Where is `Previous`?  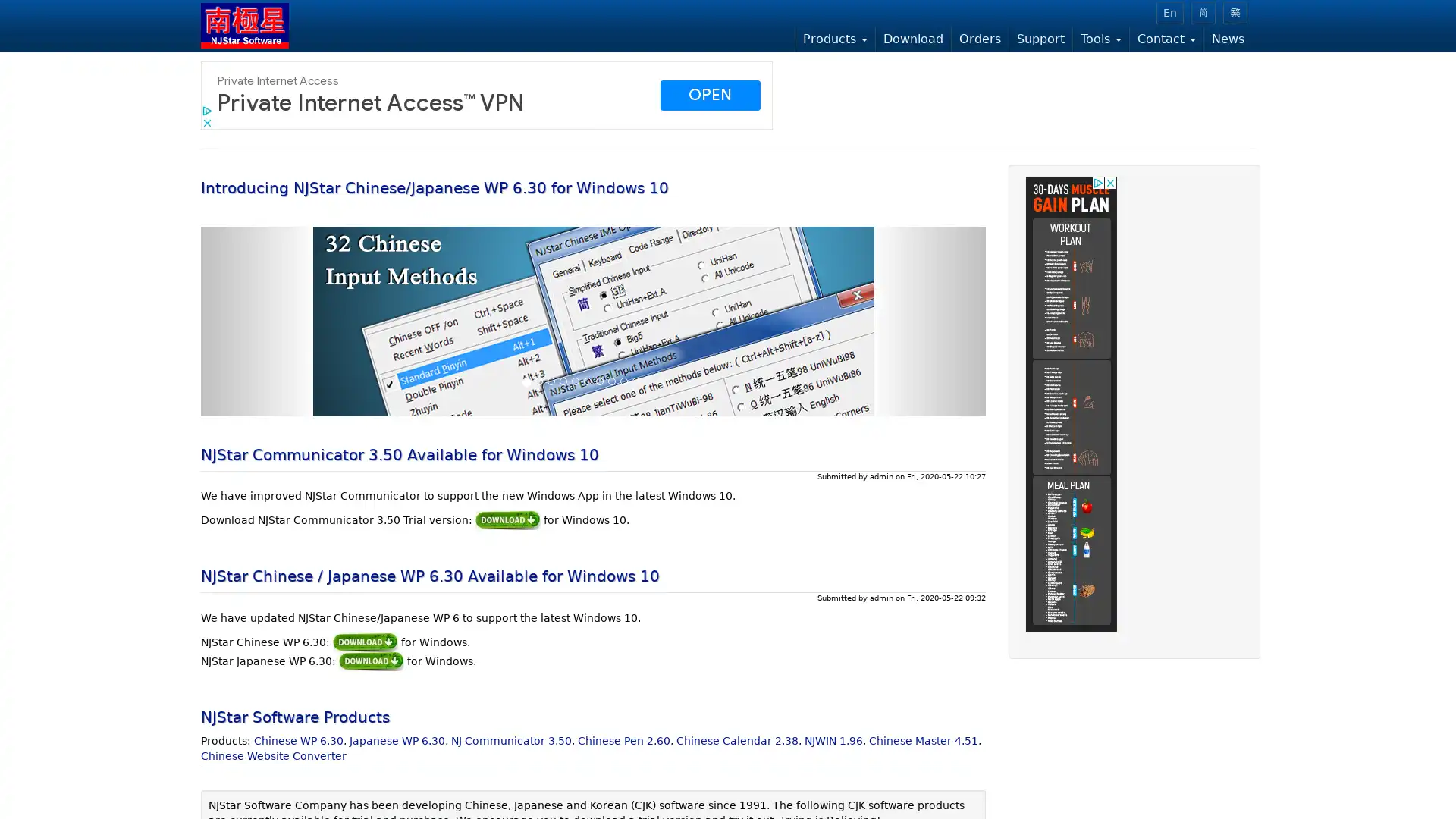 Previous is located at coordinates (259, 321).